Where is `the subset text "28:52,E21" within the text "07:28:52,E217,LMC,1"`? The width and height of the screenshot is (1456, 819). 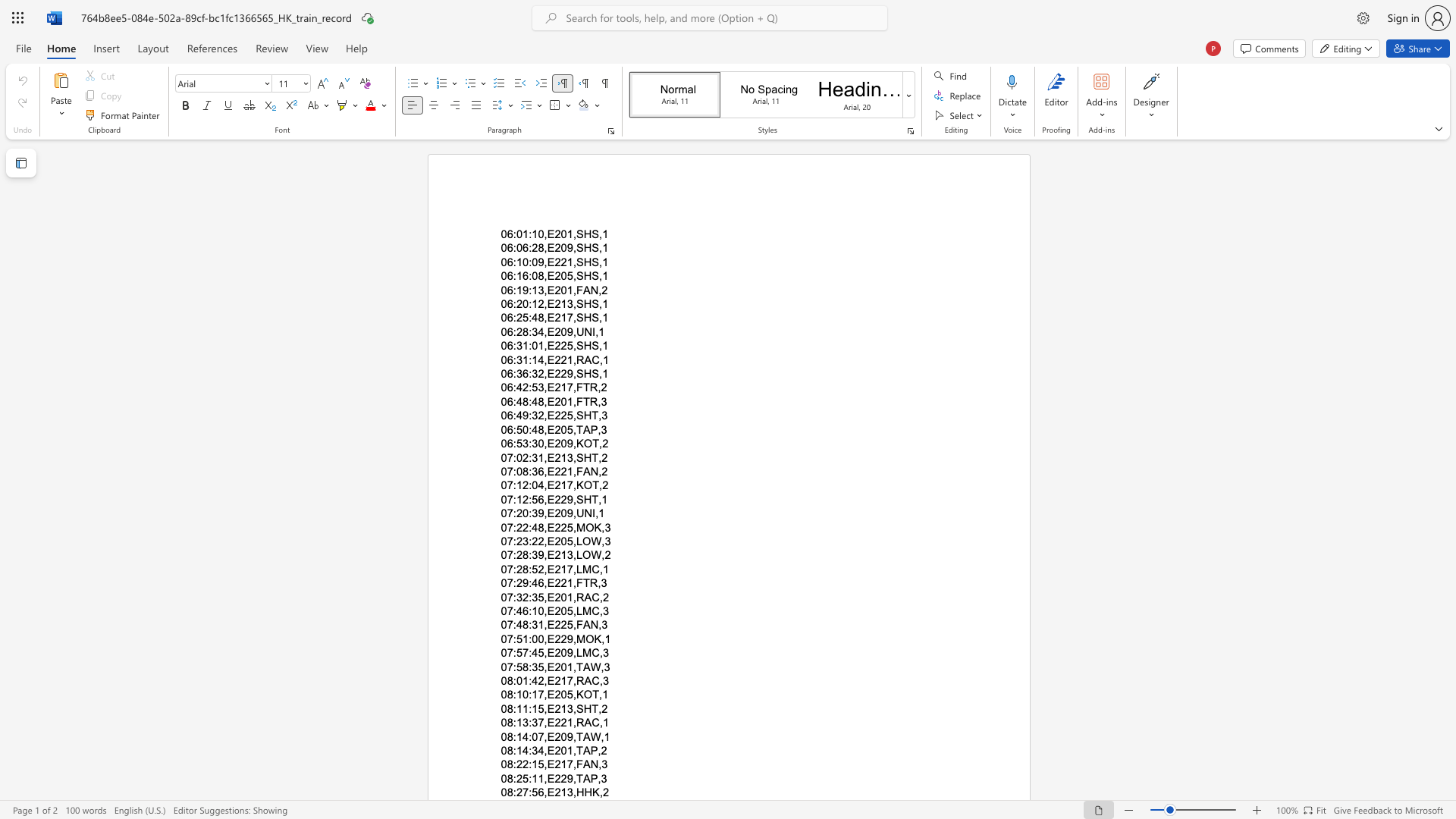 the subset text "28:52,E21" within the text "07:28:52,E217,LMC,1" is located at coordinates (516, 569).